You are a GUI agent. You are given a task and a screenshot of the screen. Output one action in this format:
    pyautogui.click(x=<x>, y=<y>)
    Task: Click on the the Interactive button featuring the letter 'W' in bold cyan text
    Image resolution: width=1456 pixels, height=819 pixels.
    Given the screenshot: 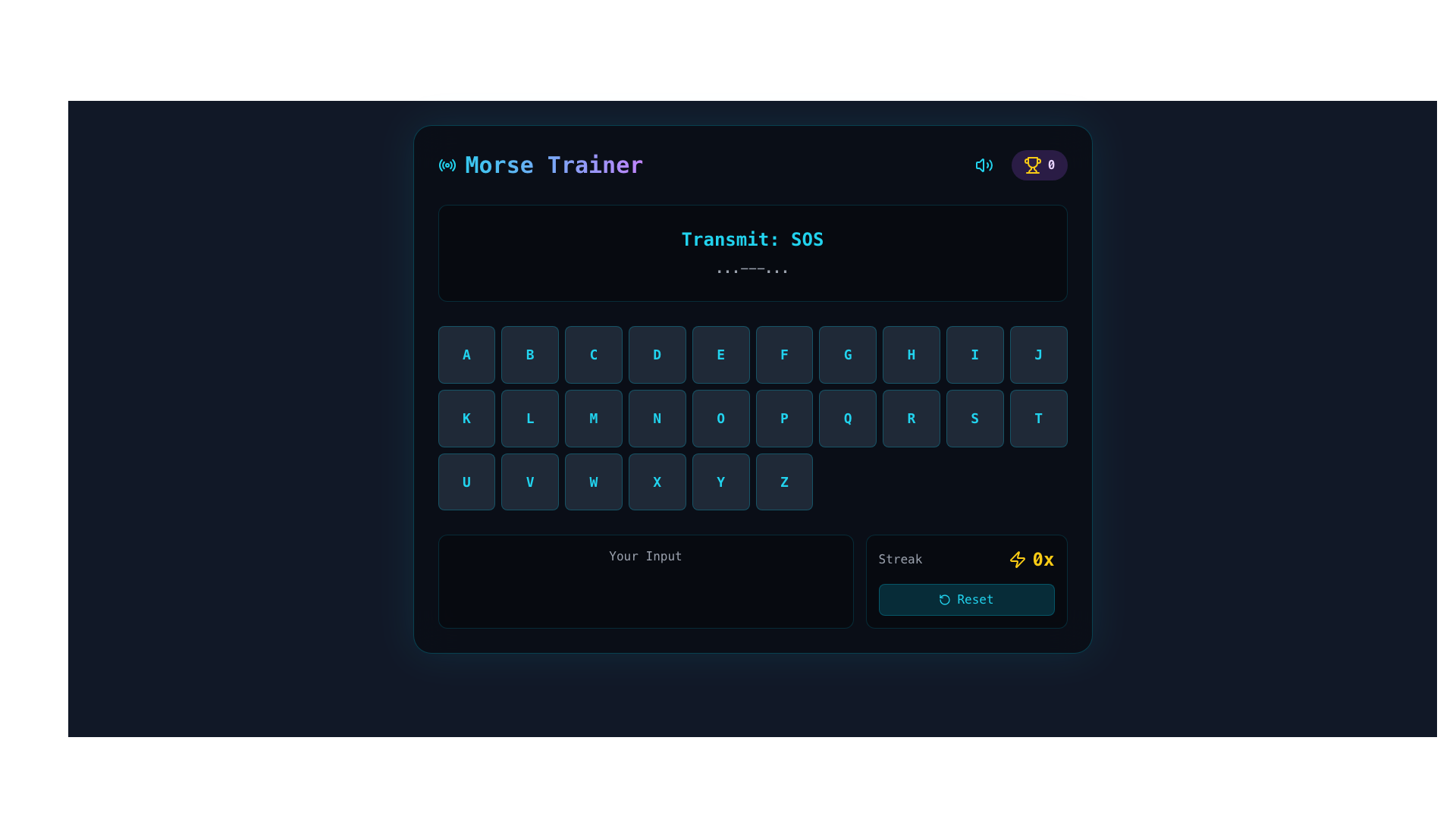 What is the action you would take?
    pyautogui.click(x=592, y=482)
    